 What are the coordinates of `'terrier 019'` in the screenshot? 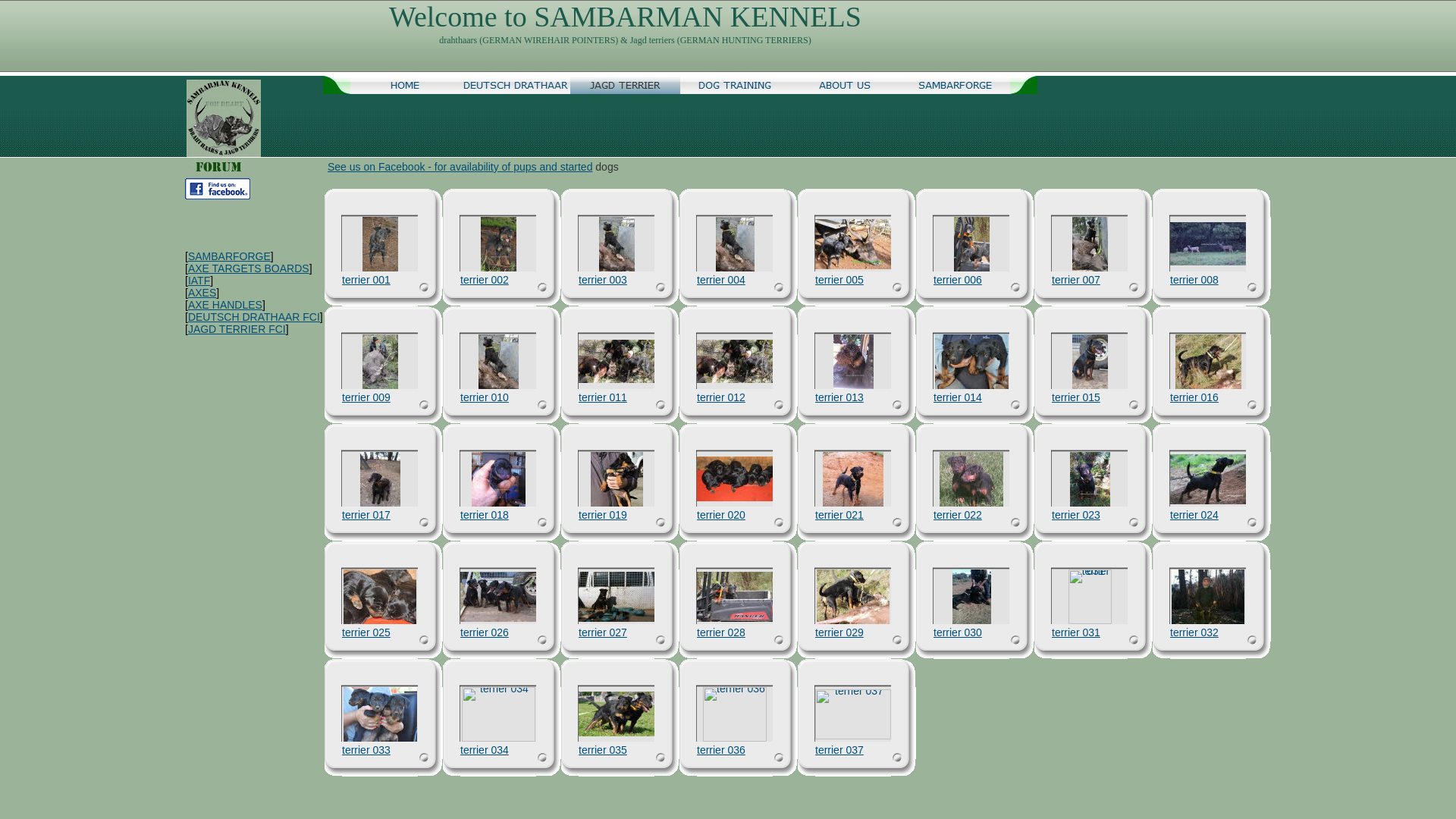 It's located at (616, 479).